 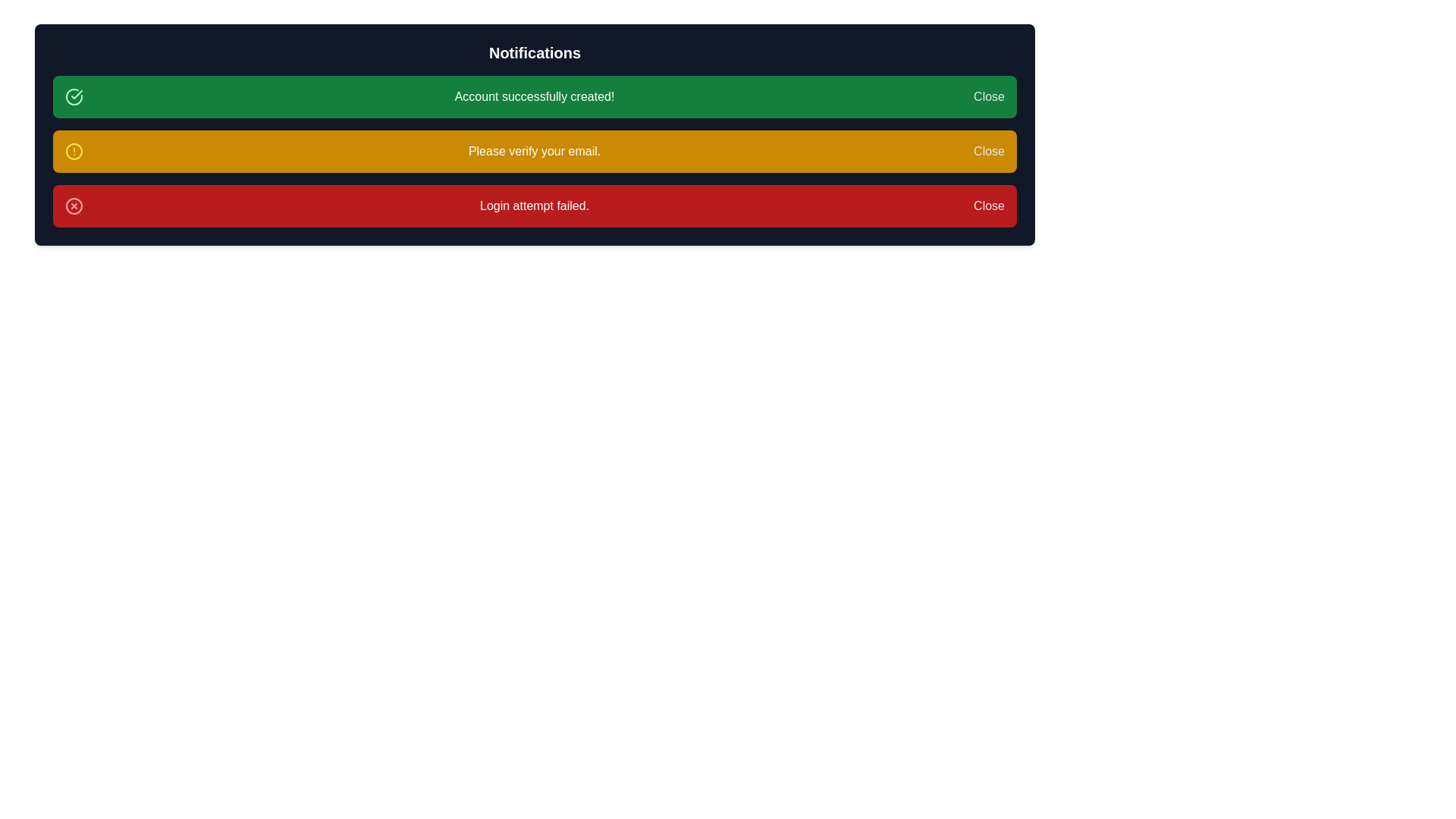 What do you see at coordinates (535, 96) in the screenshot?
I see `the feedback message text label in the green notification bar that indicates successful account creation, which is aligned to the left of the 'Close' button` at bounding box center [535, 96].